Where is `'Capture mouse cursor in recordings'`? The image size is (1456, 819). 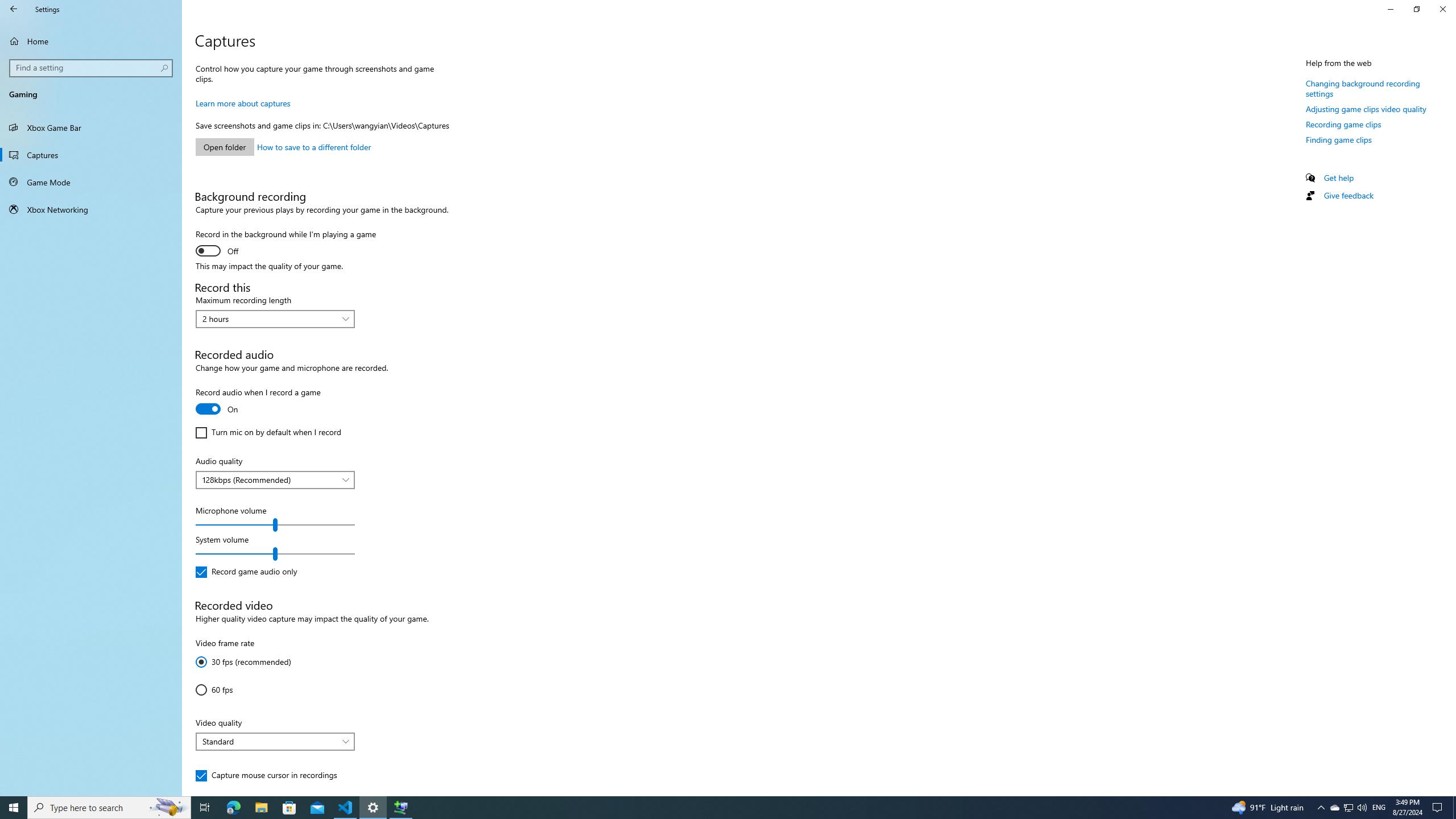 'Capture mouse cursor in recordings' is located at coordinates (266, 775).